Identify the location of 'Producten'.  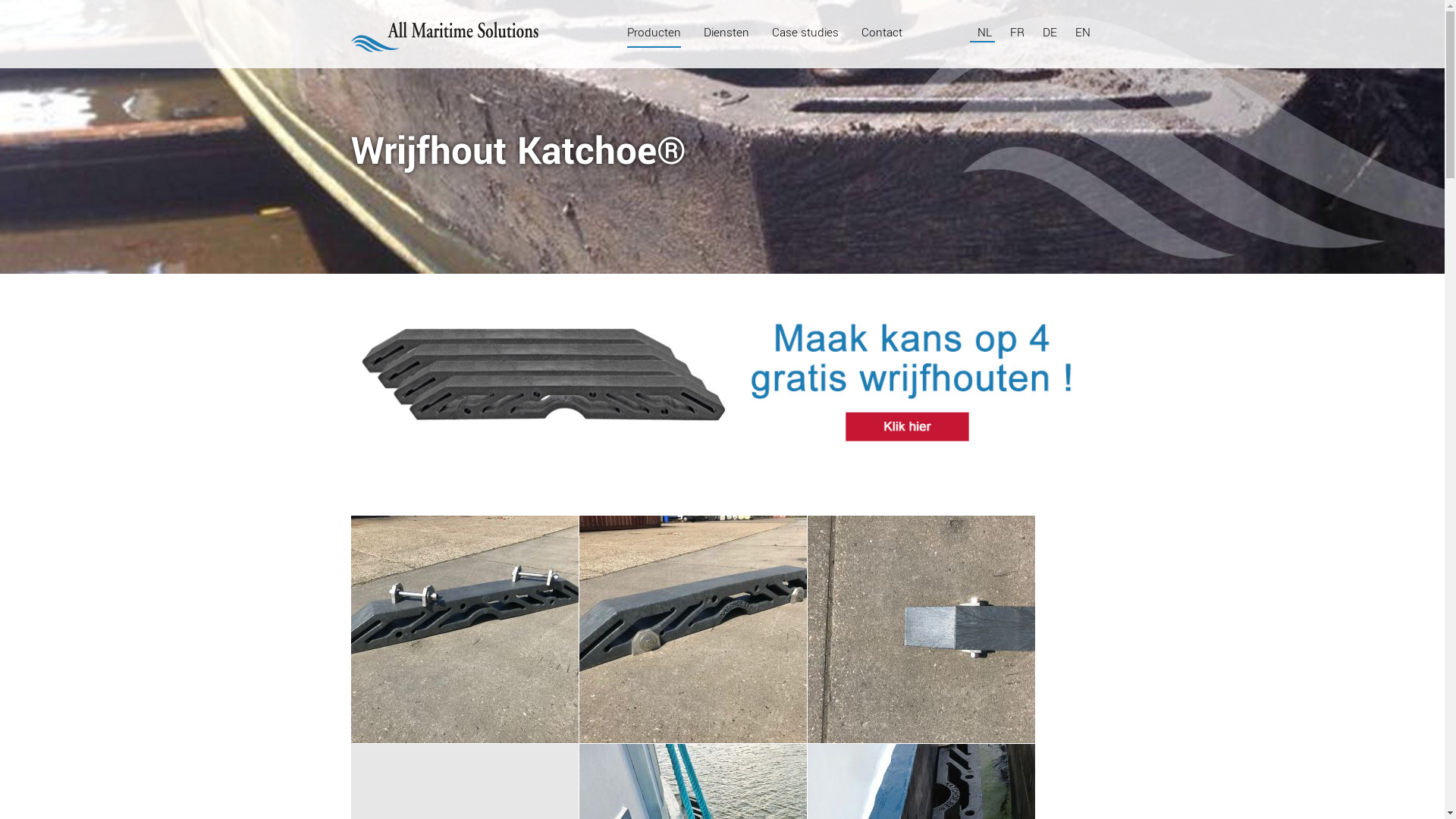
(653, 32).